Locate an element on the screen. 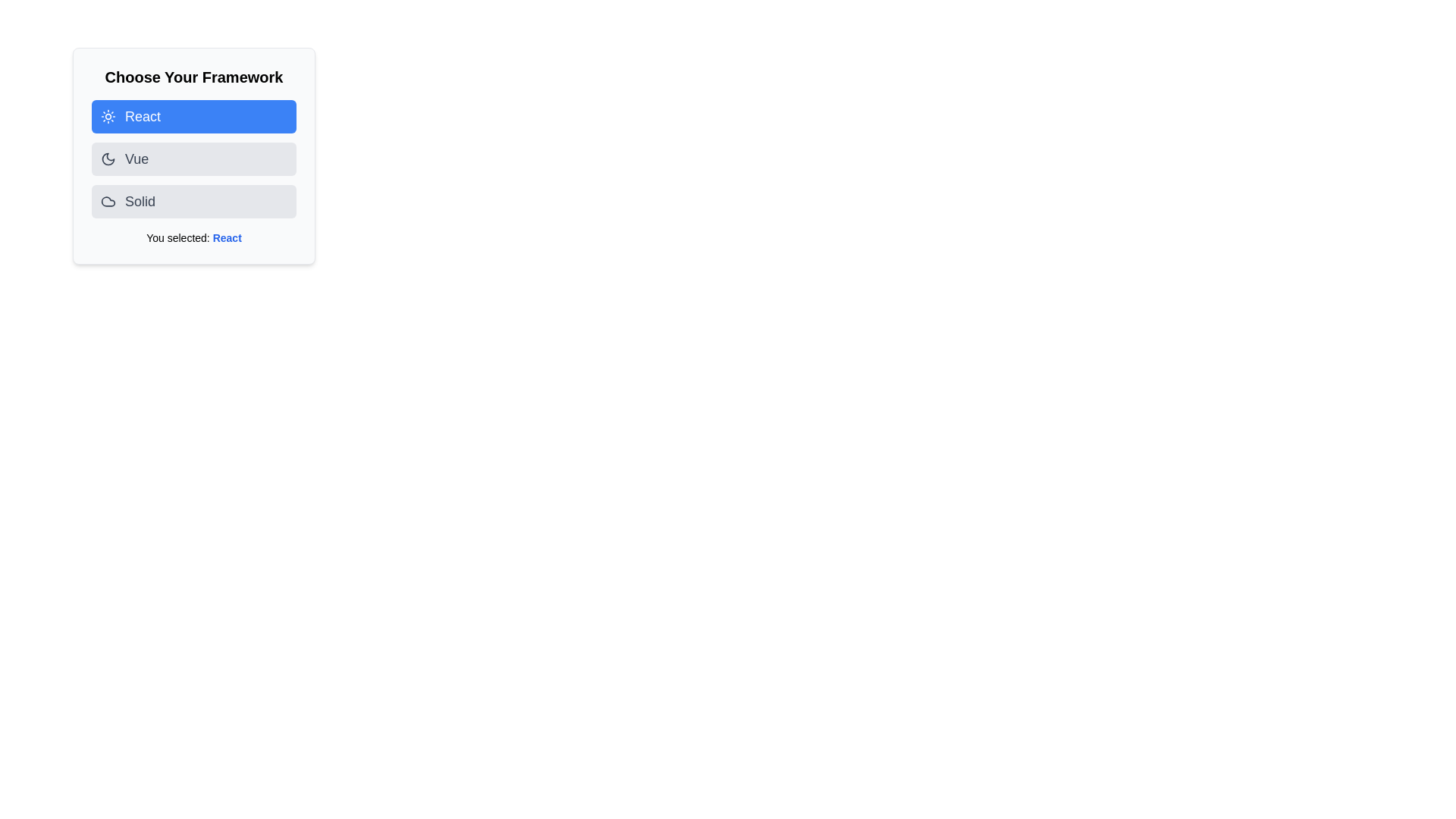 This screenshot has height=819, width=1456. text content of the 'React' label, which is displayed in a large font on a blue background within the first option of a vertical list of framework choices is located at coordinates (143, 116).